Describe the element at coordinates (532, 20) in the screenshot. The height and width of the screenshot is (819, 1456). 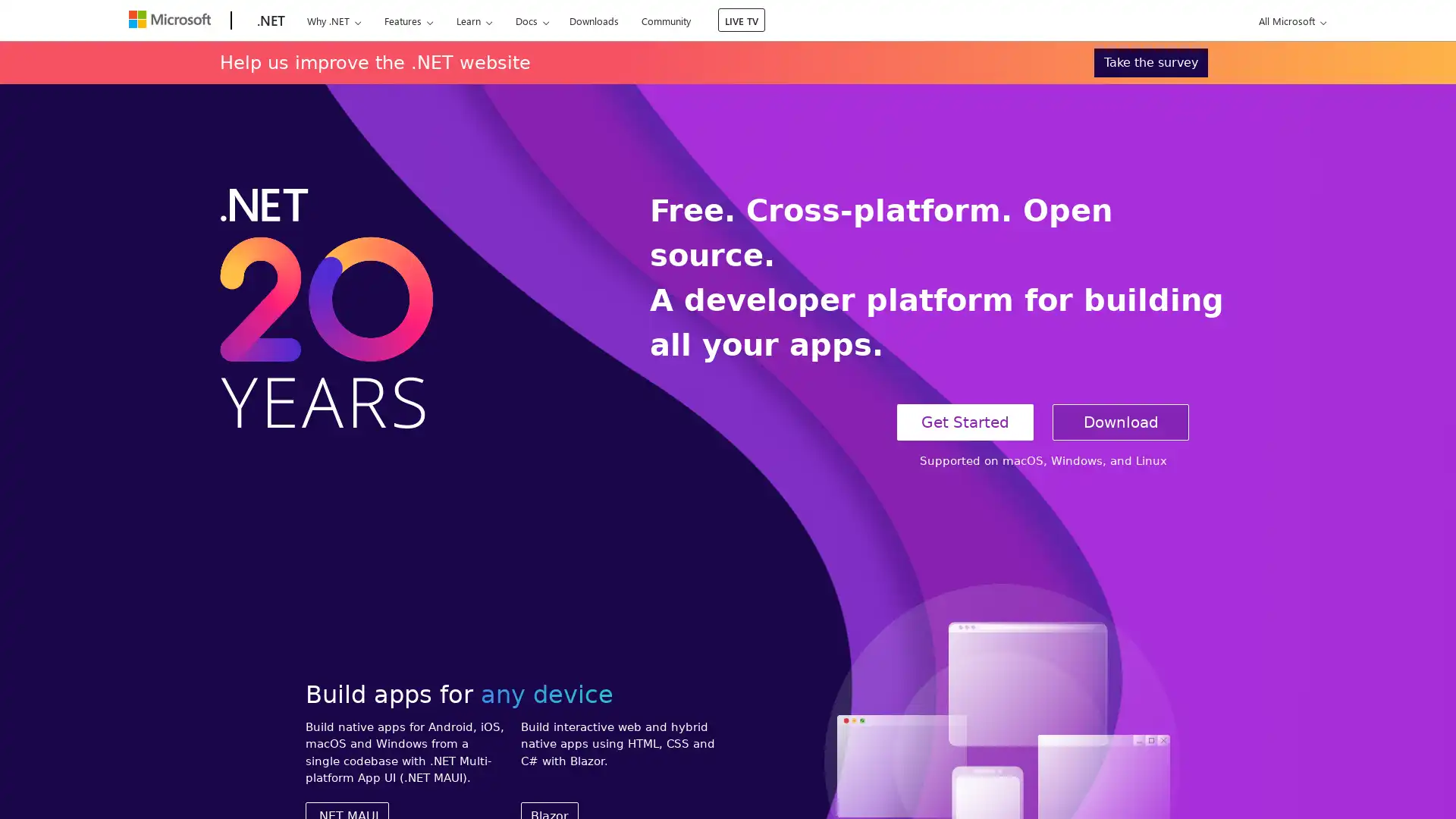
I see `Docs` at that location.